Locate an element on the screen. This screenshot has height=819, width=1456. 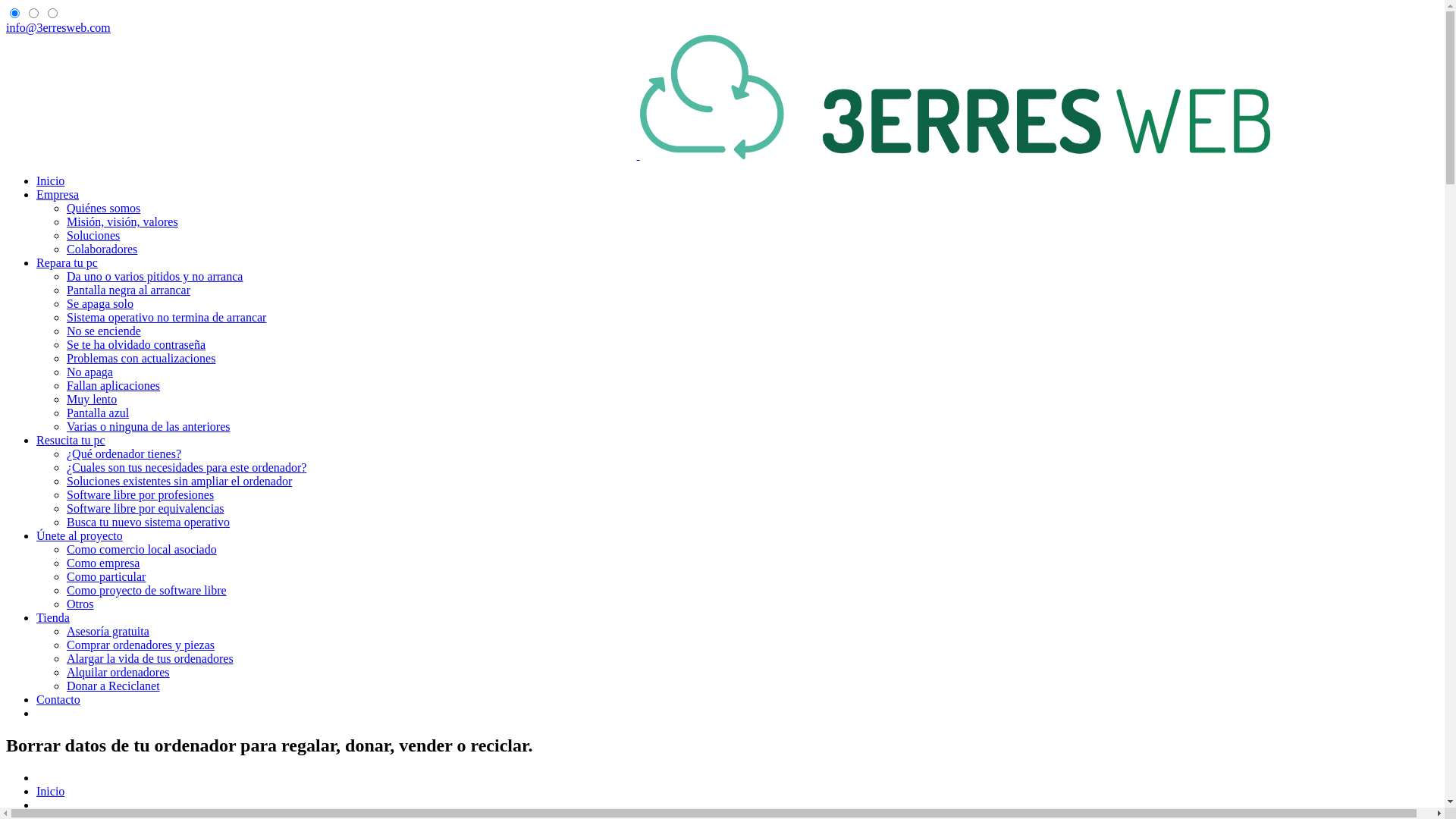
'Contacto' is located at coordinates (58, 699).